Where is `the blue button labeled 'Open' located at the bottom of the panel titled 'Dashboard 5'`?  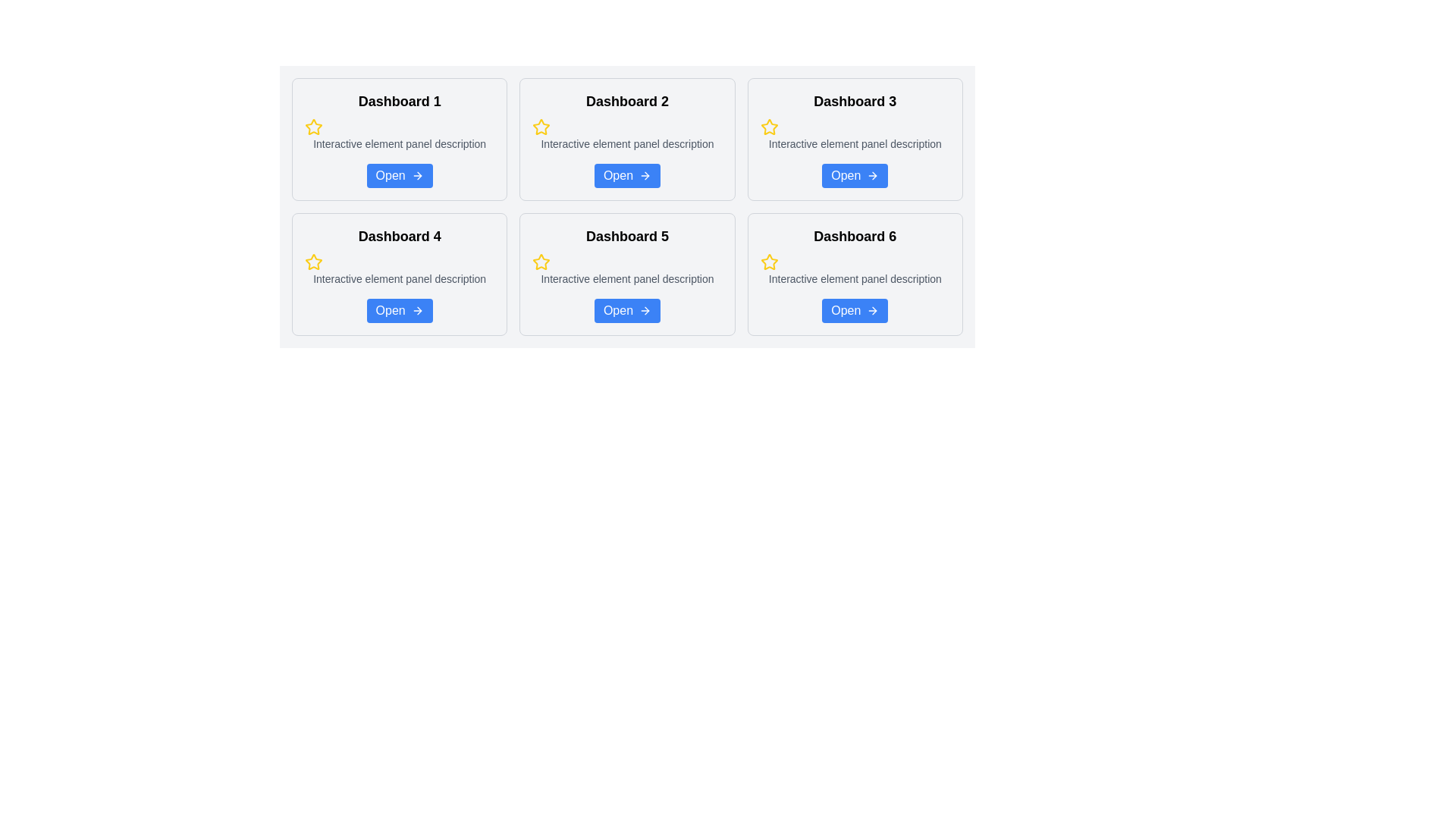 the blue button labeled 'Open' located at the bottom of the panel titled 'Dashboard 5' is located at coordinates (627, 275).